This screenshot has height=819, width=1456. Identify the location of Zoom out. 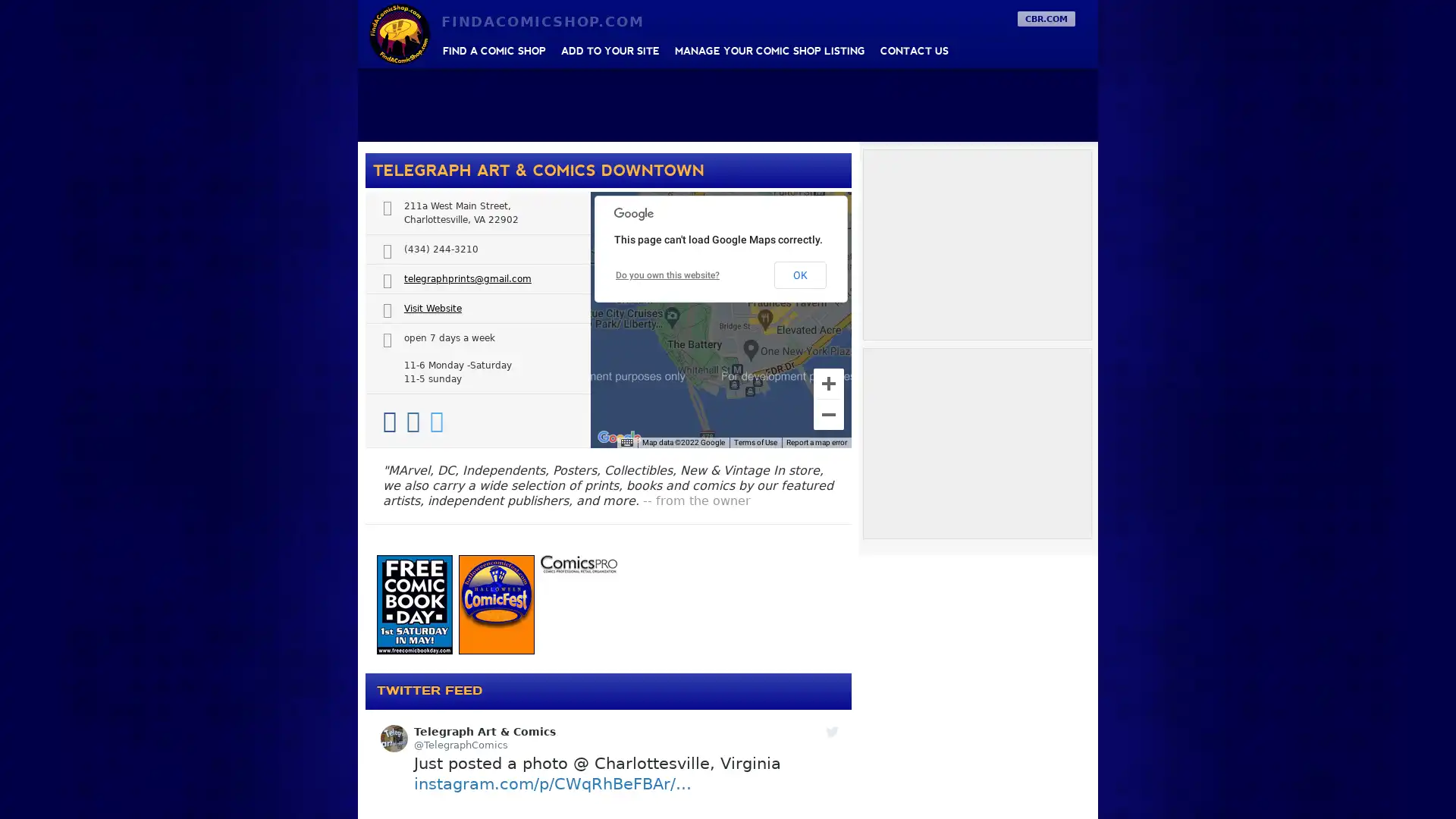
(828, 415).